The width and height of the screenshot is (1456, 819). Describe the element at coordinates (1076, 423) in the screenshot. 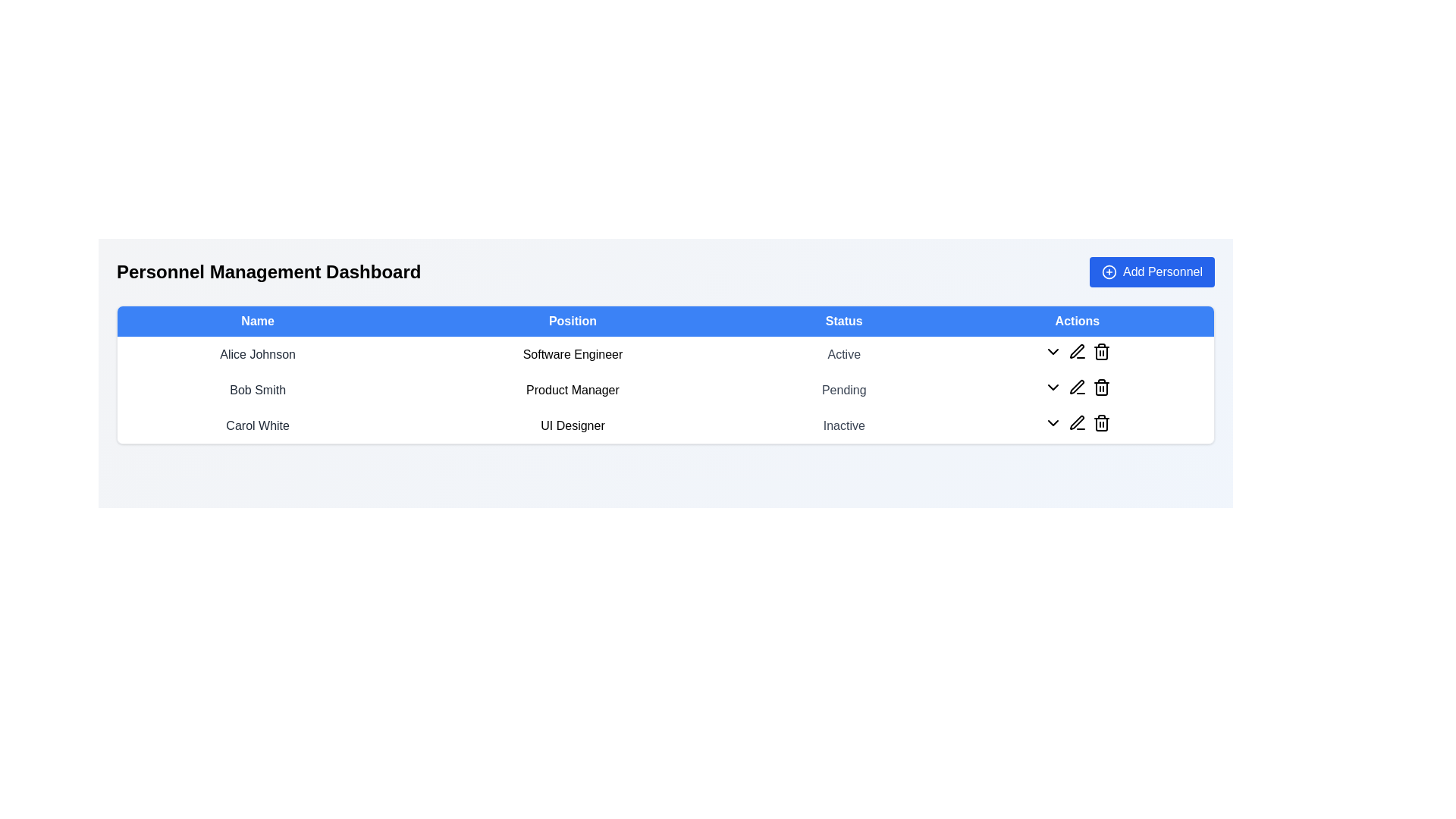

I see `the edit icon button located in the actions column of the row for 'Carol White' to modify the data or details` at that location.